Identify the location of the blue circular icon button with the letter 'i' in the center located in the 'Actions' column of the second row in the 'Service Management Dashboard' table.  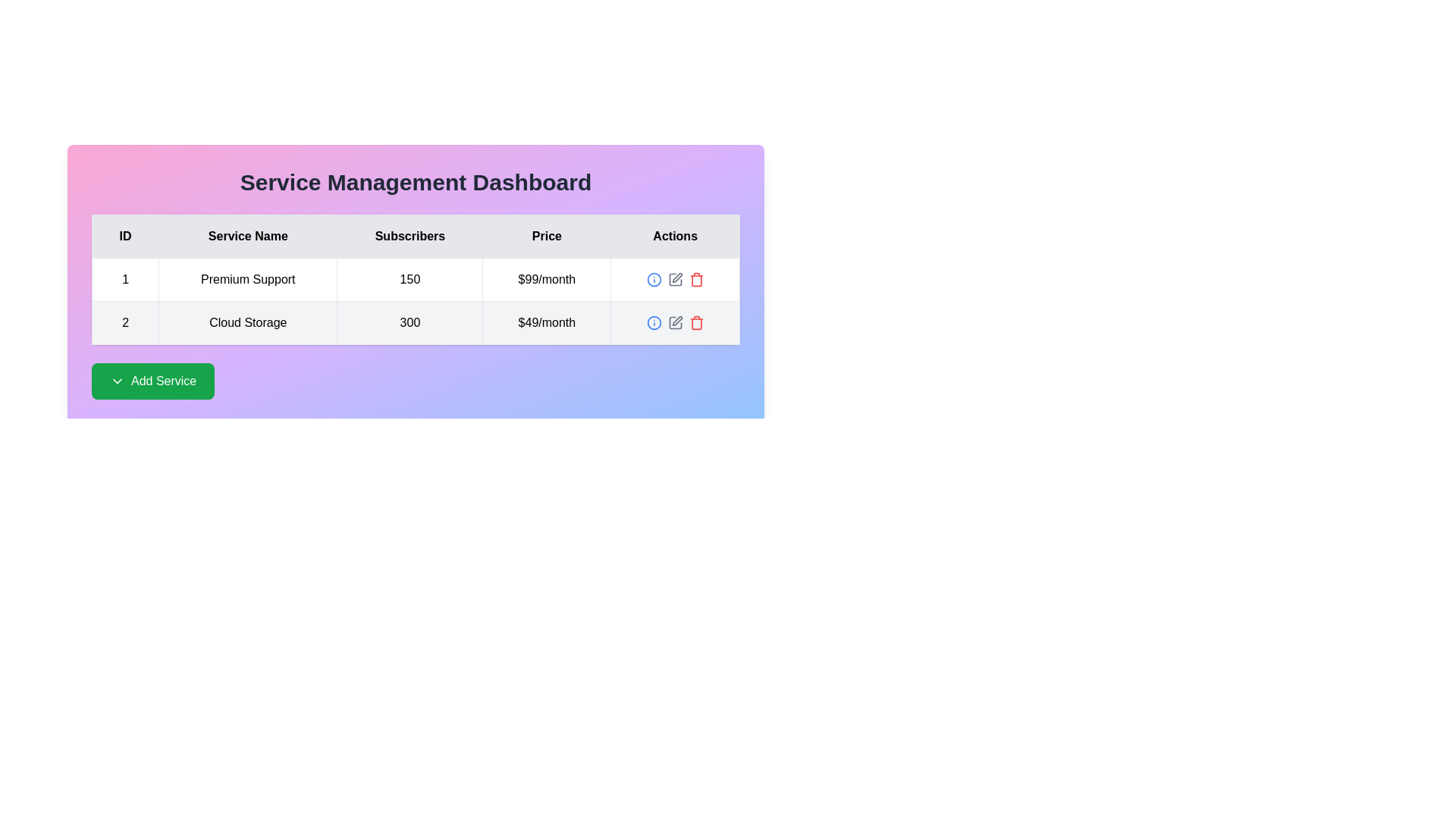
(654, 280).